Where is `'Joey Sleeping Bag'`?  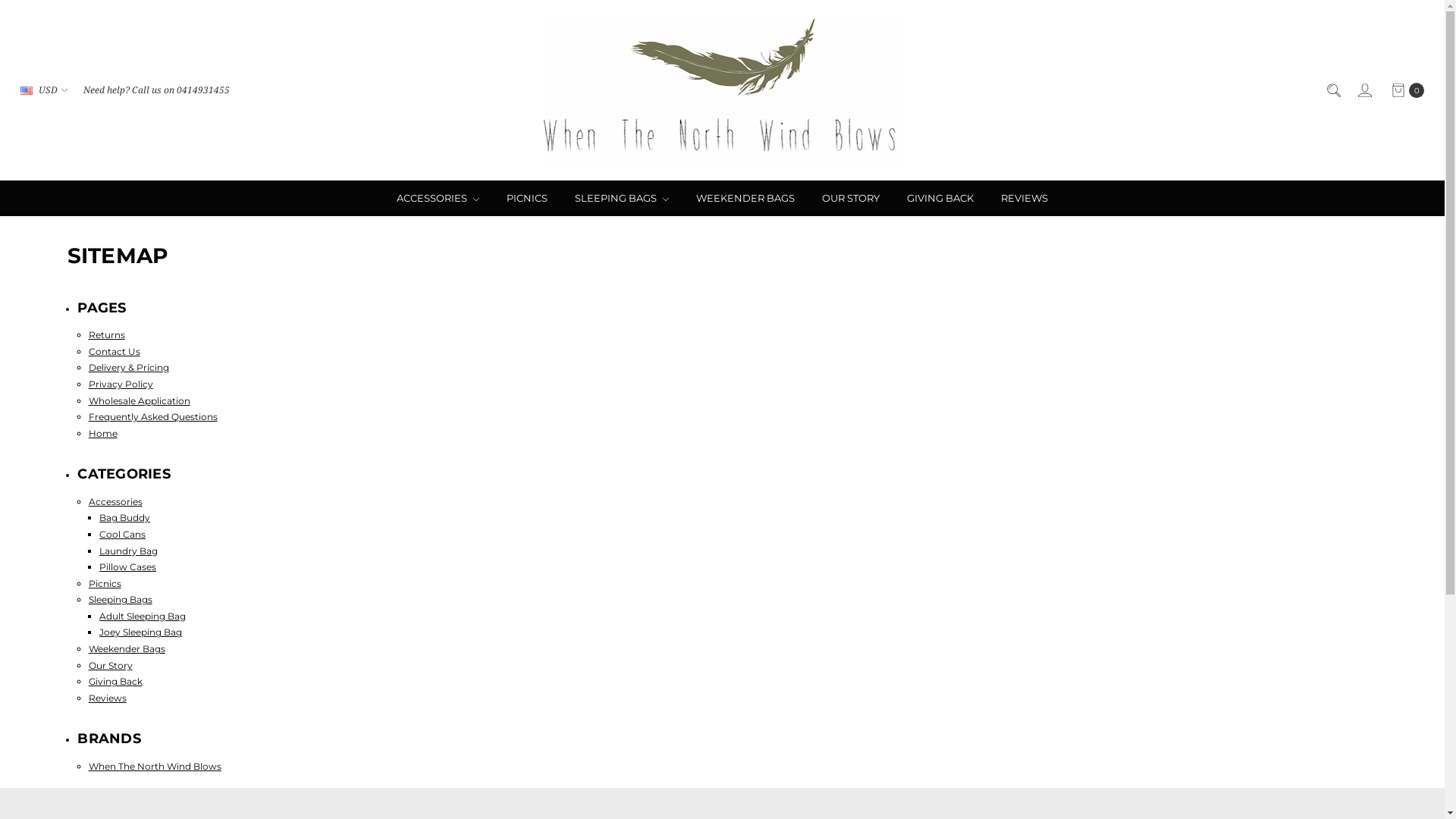 'Joey Sleeping Bag' is located at coordinates (140, 632).